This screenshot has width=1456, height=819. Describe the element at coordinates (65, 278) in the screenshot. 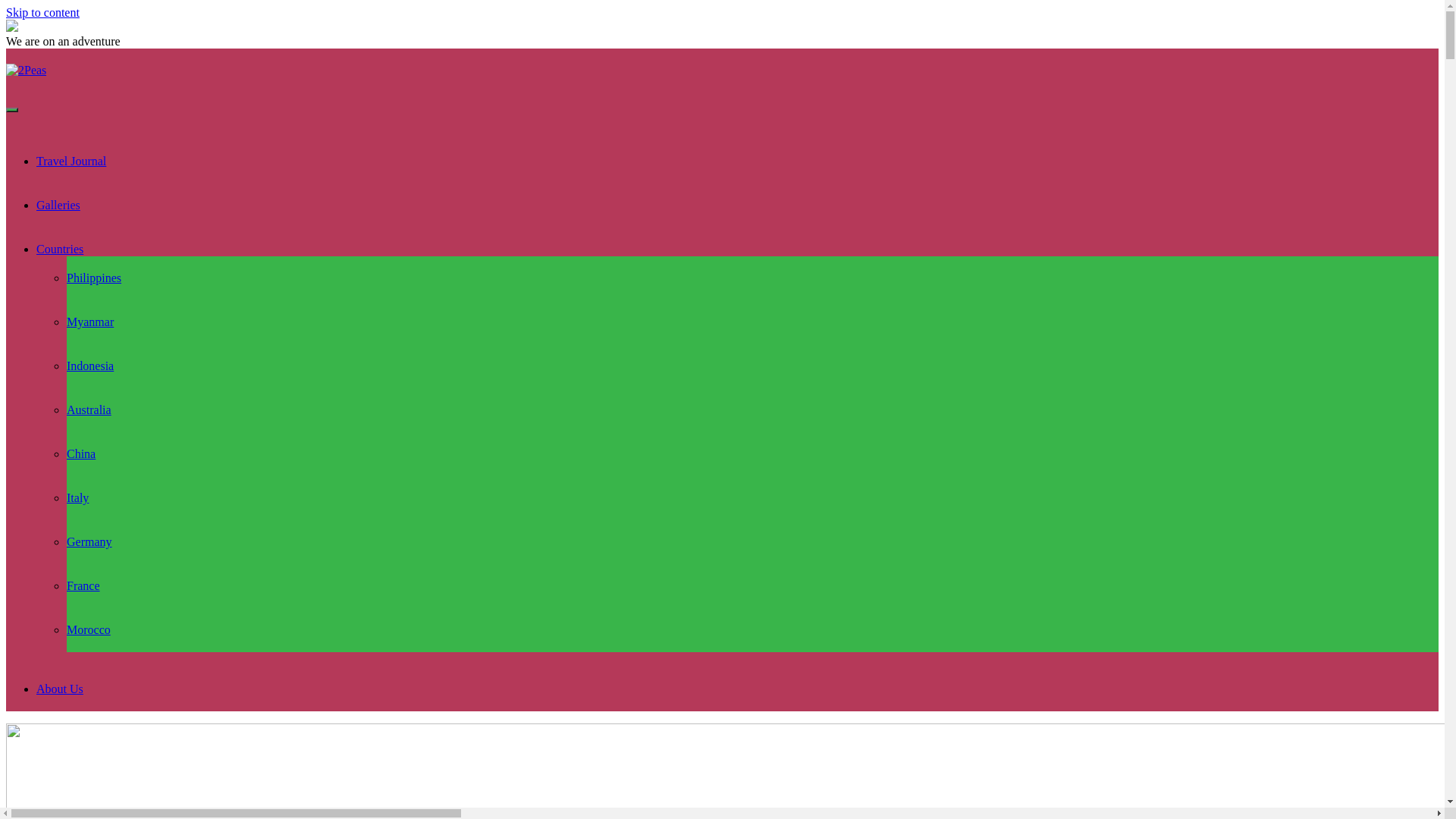

I see `'Philippines'` at that location.